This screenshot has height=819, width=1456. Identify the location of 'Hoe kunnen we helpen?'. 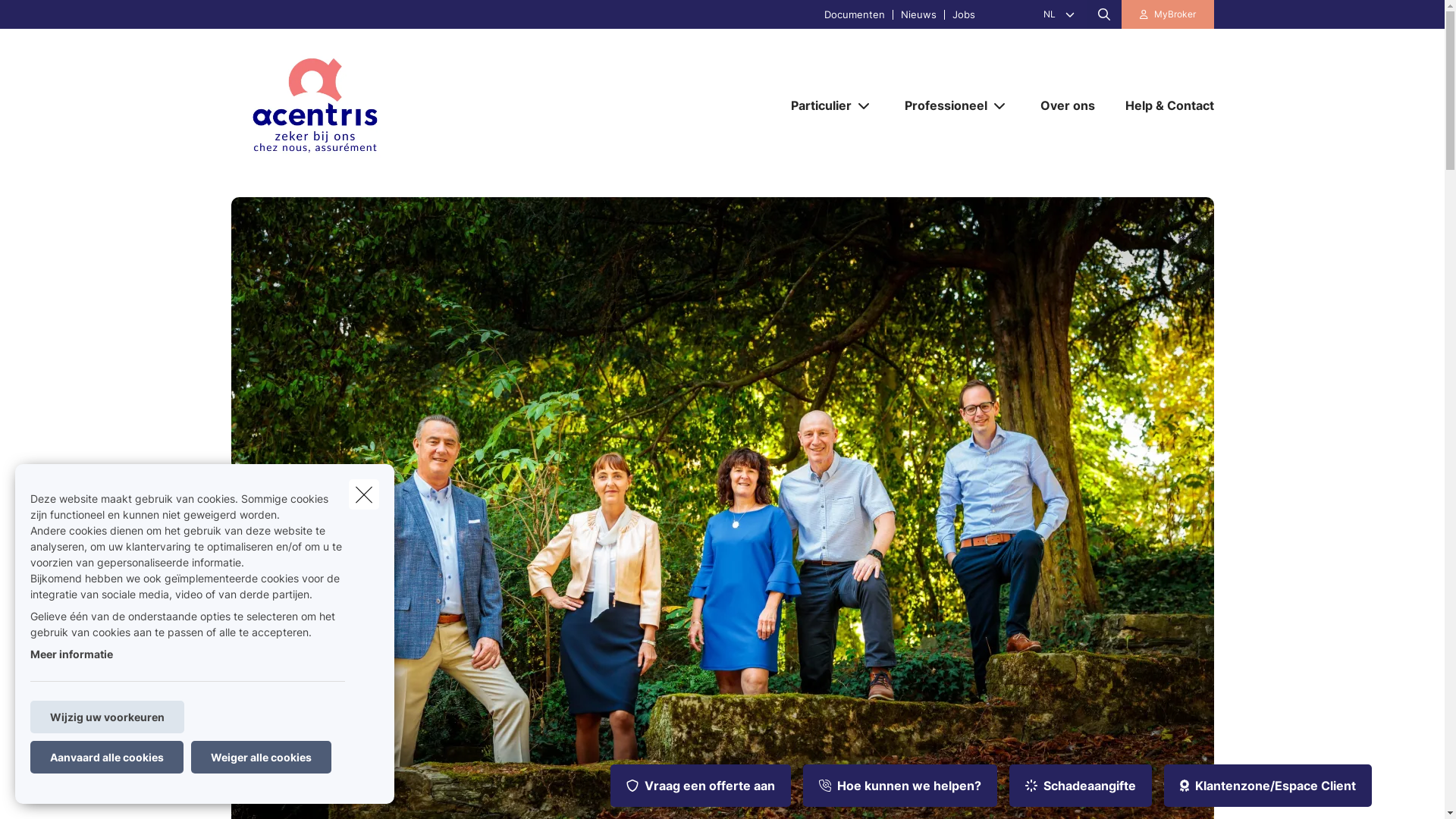
(899, 785).